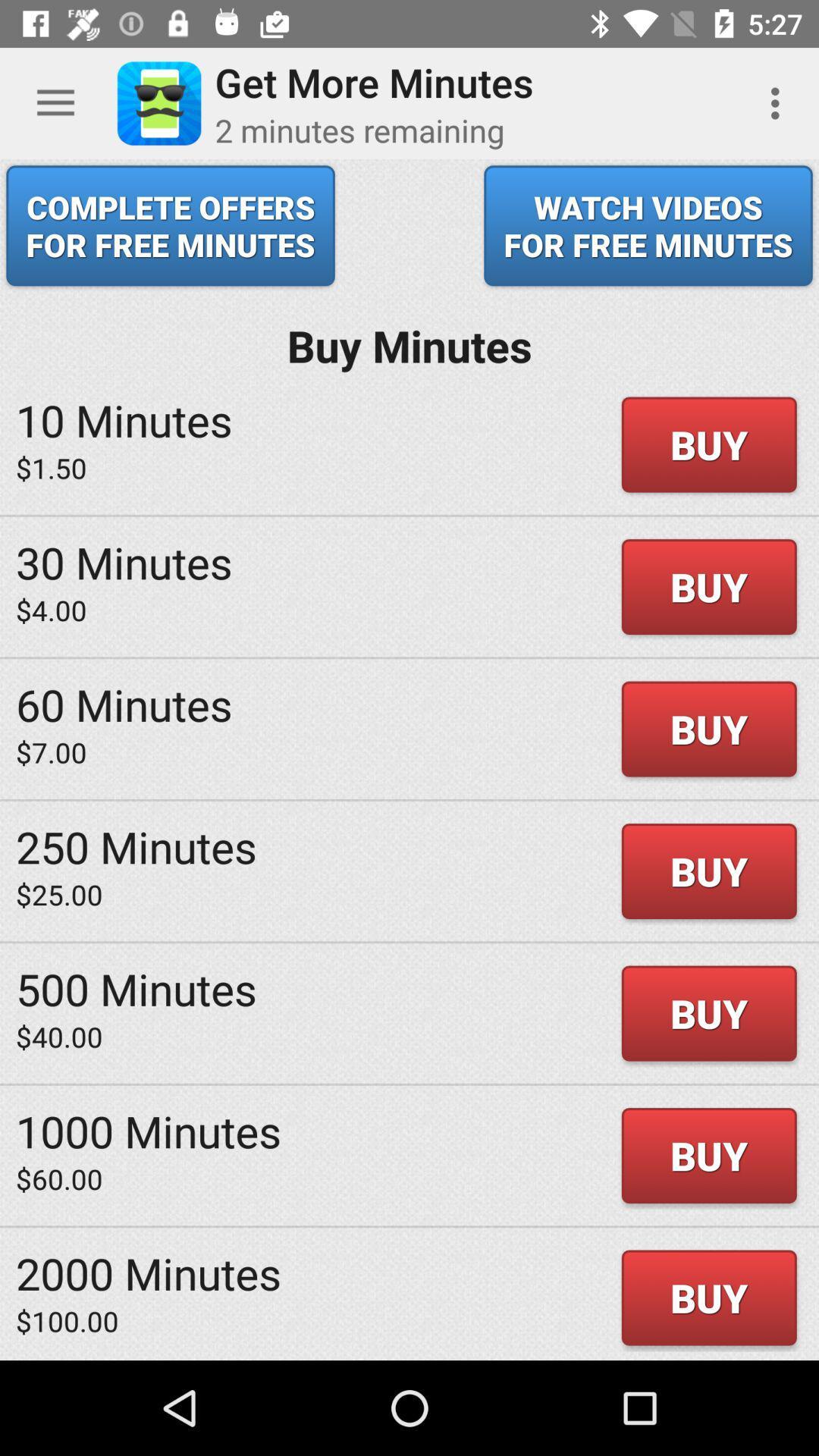 This screenshot has width=819, height=1456. Describe the element at coordinates (779, 102) in the screenshot. I see `the item next to the get more minutes item` at that location.